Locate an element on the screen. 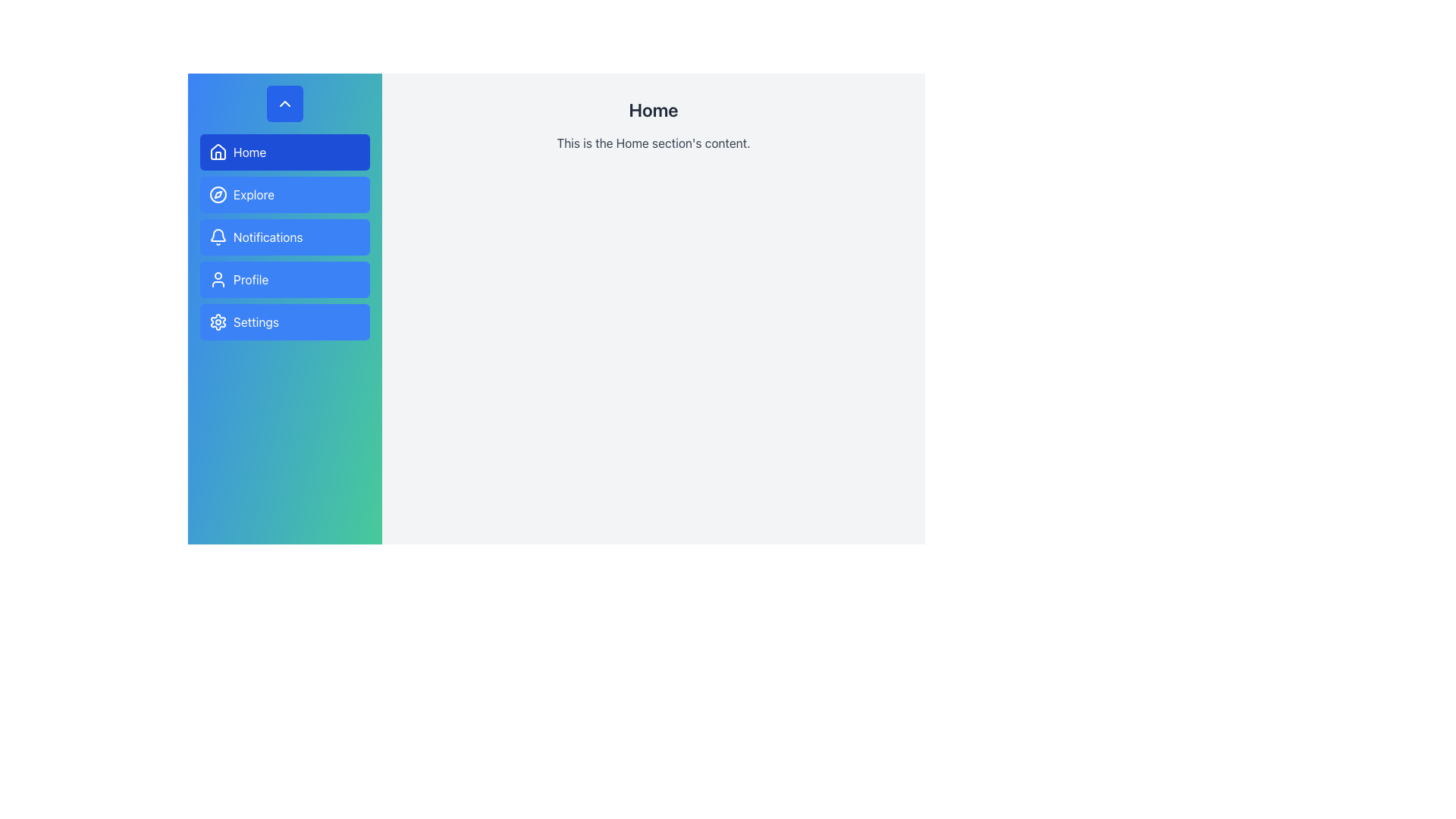  the 'Profile' text element, which is the fourth item in the vertical navigation menu, clearly displayed in bold font on a blue background, and positioned below the 'Notifications' button is located at coordinates (251, 280).